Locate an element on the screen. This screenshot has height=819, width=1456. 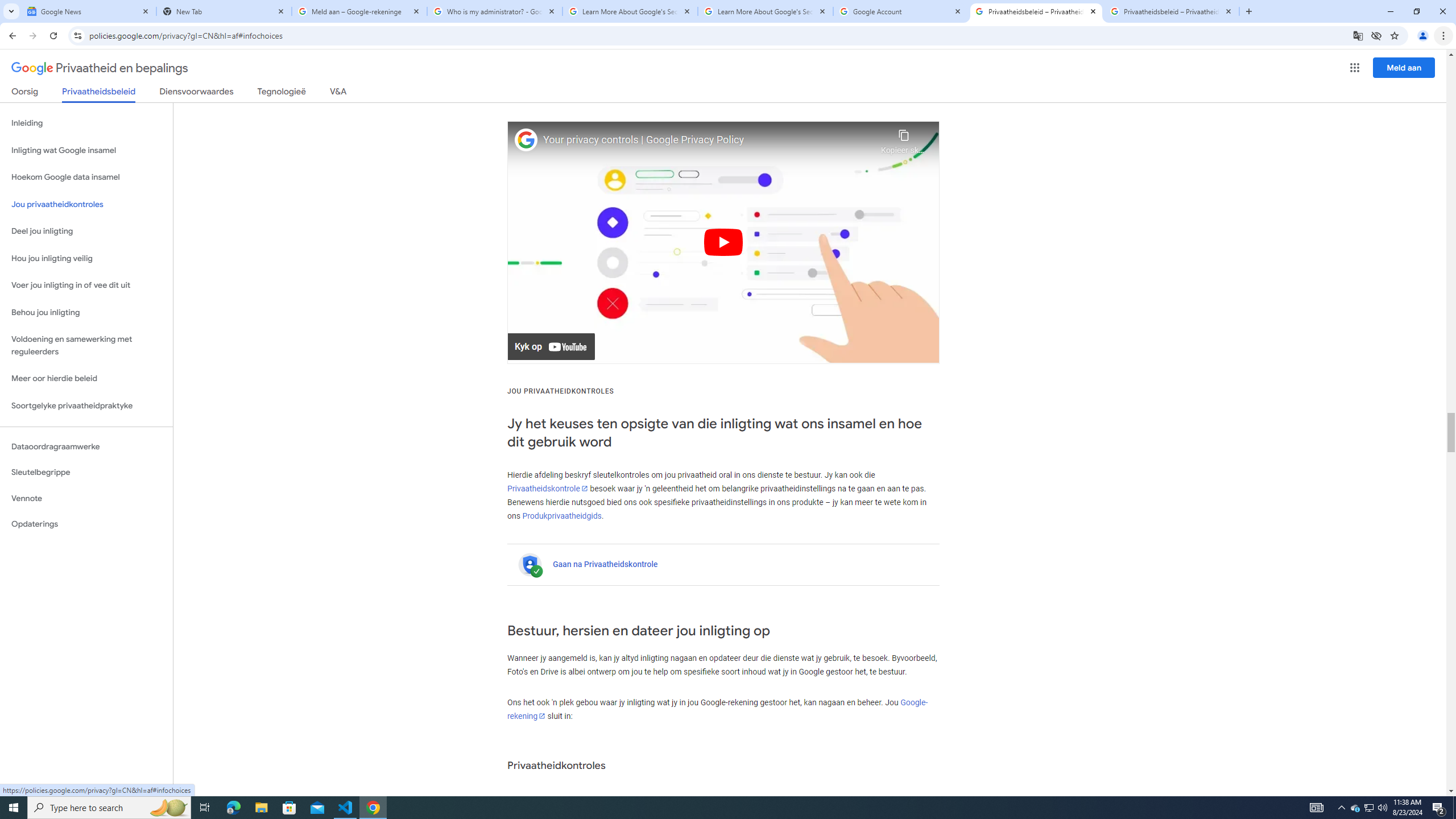
'Soortgelyke privaatheidpraktyke' is located at coordinates (86, 405).